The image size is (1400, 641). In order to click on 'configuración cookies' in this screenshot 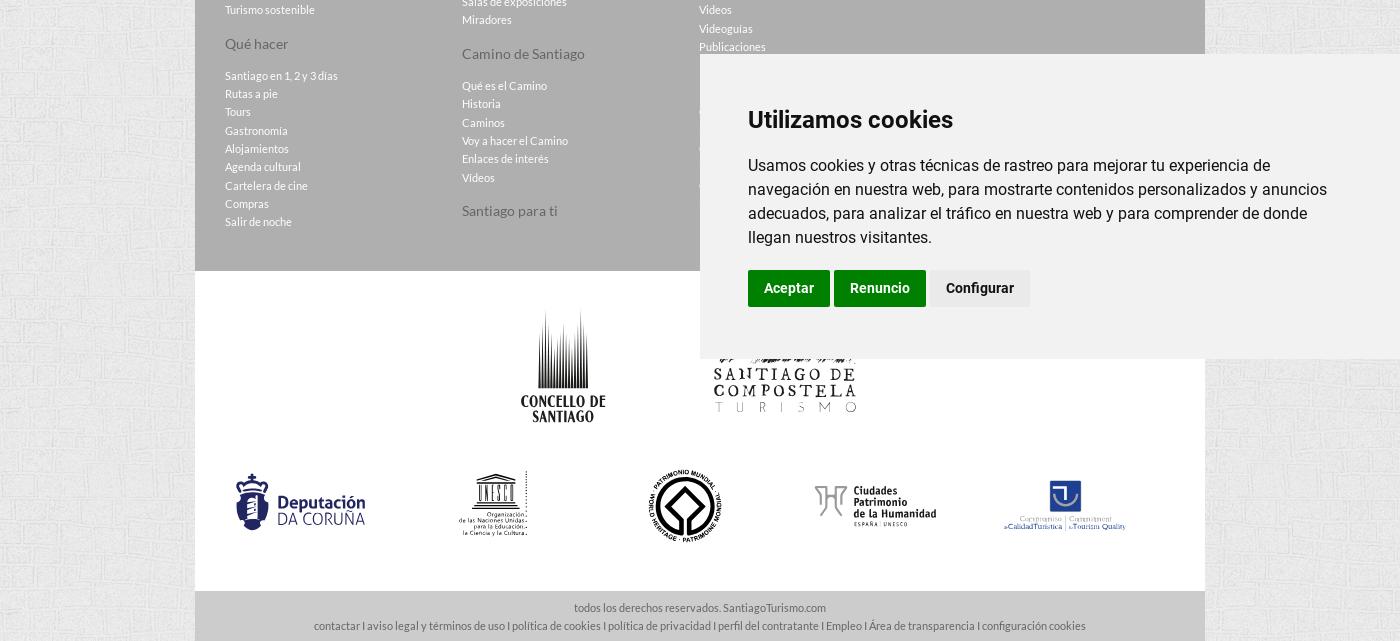, I will do `click(1034, 624)`.